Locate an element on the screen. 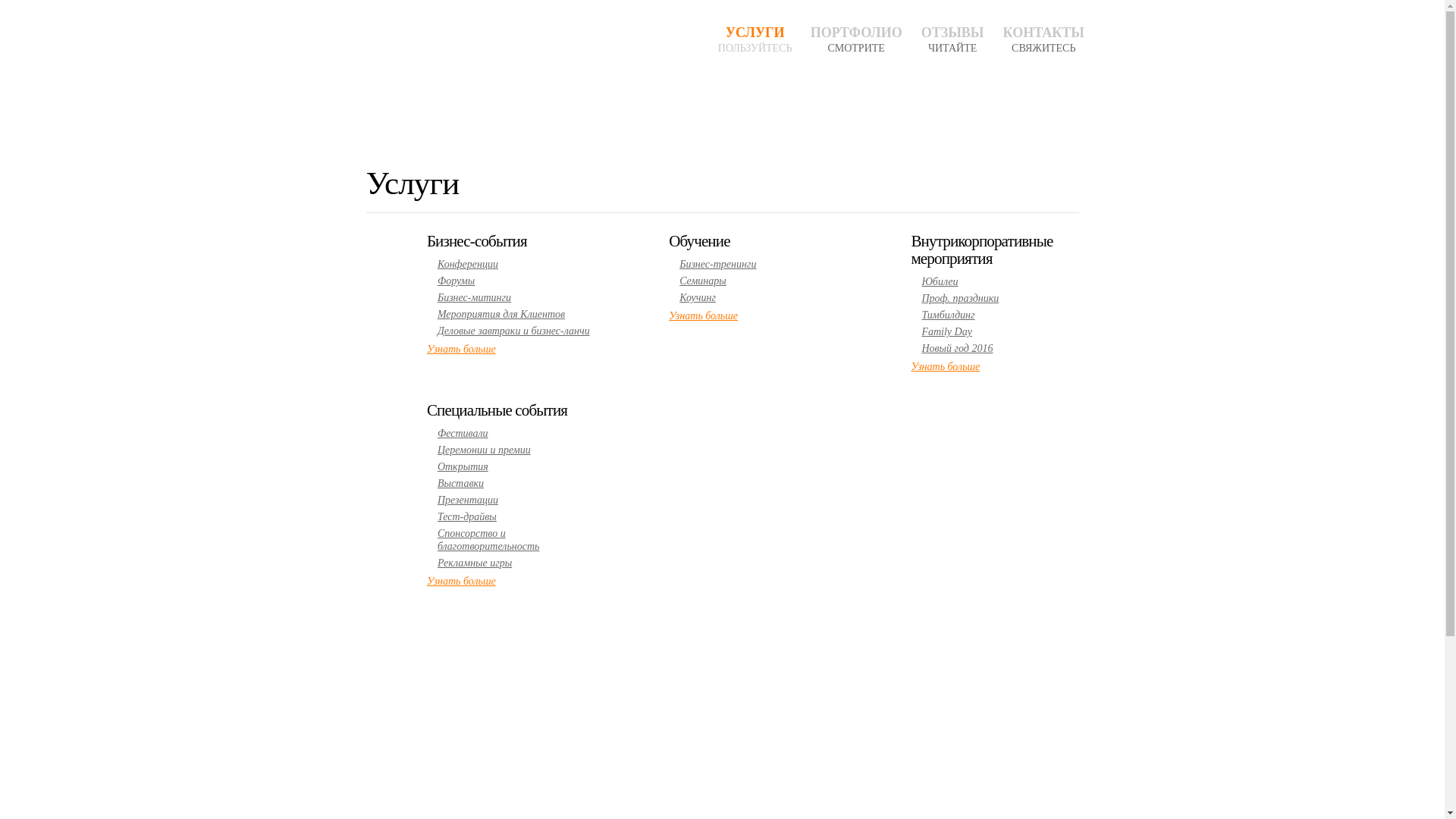 The image size is (1456, 819). 'Family Day' is located at coordinates (946, 331).